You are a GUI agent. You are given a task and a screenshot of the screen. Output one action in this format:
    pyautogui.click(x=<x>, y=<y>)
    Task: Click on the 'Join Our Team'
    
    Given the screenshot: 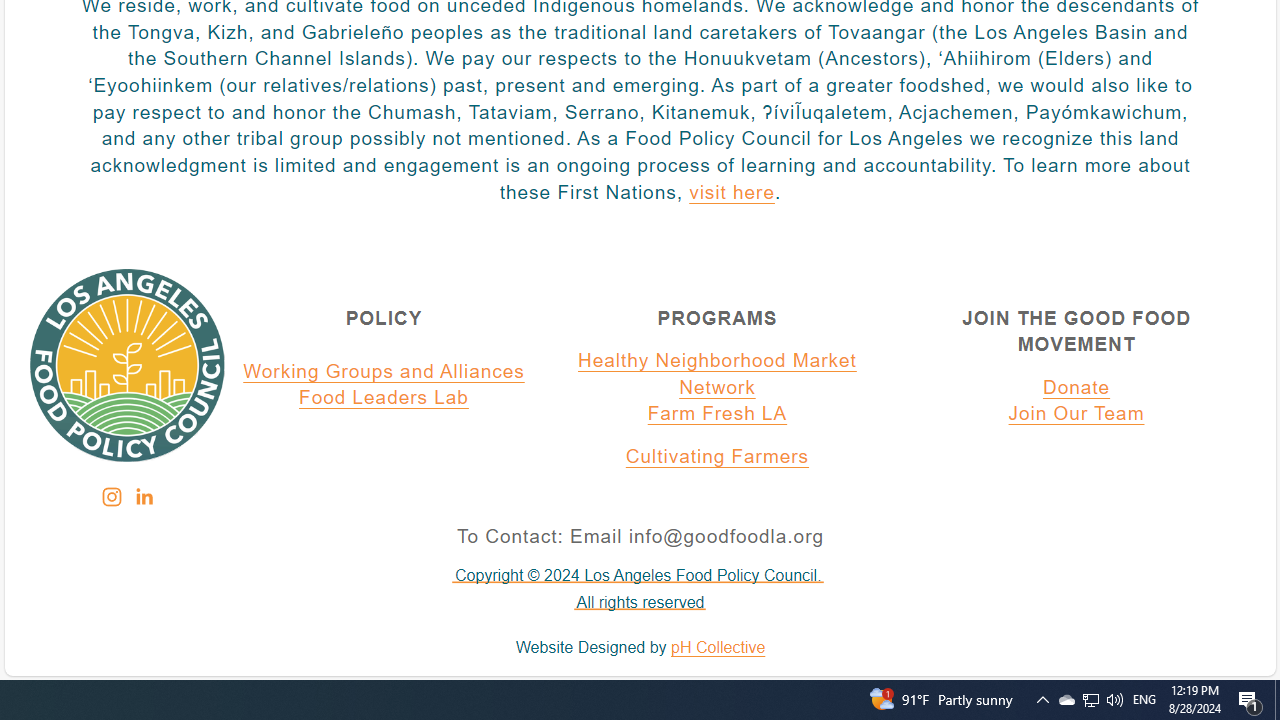 What is the action you would take?
    pyautogui.click(x=1076, y=414)
    